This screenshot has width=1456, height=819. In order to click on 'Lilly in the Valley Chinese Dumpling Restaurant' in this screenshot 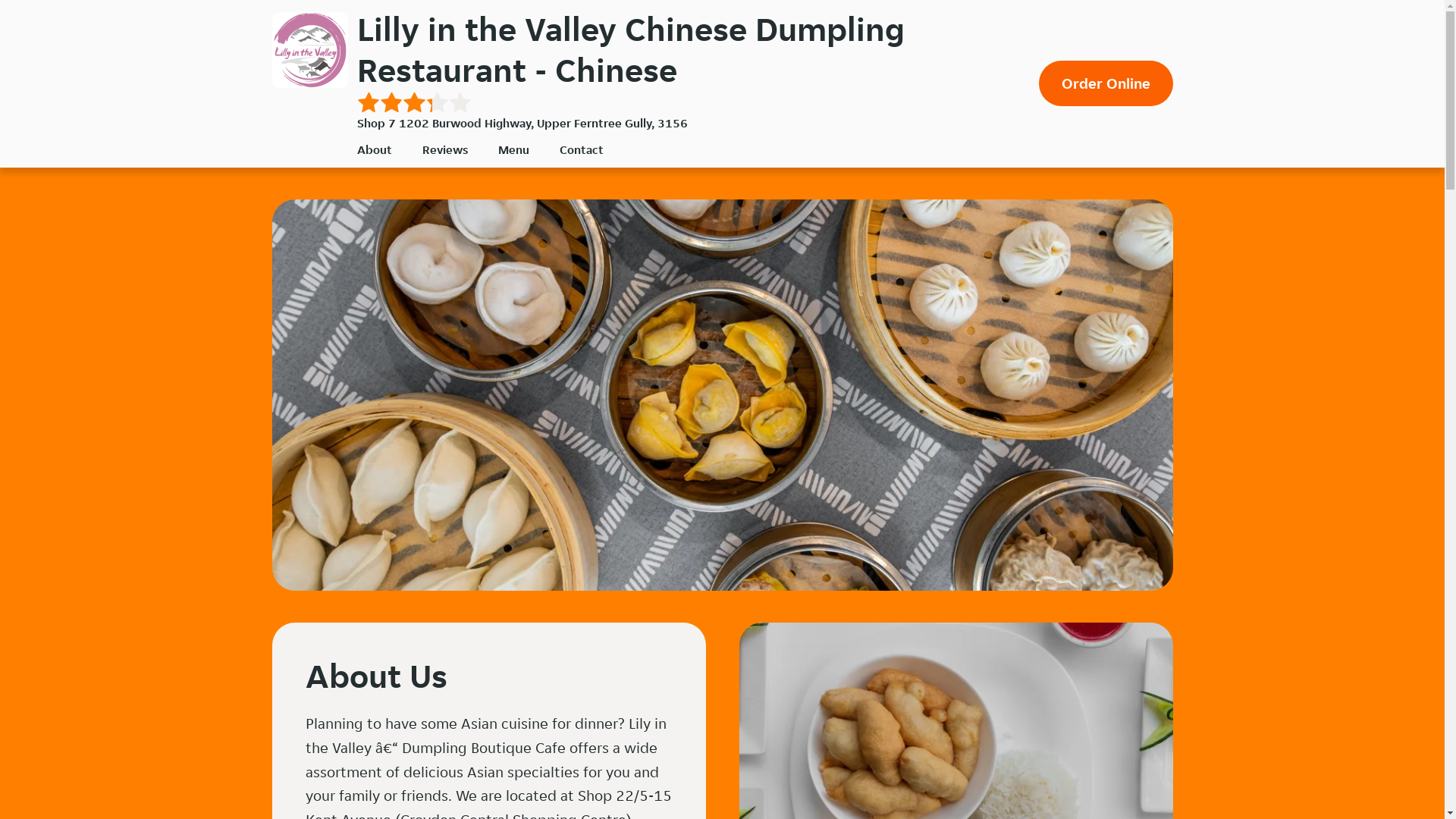, I will do `click(309, 49)`.